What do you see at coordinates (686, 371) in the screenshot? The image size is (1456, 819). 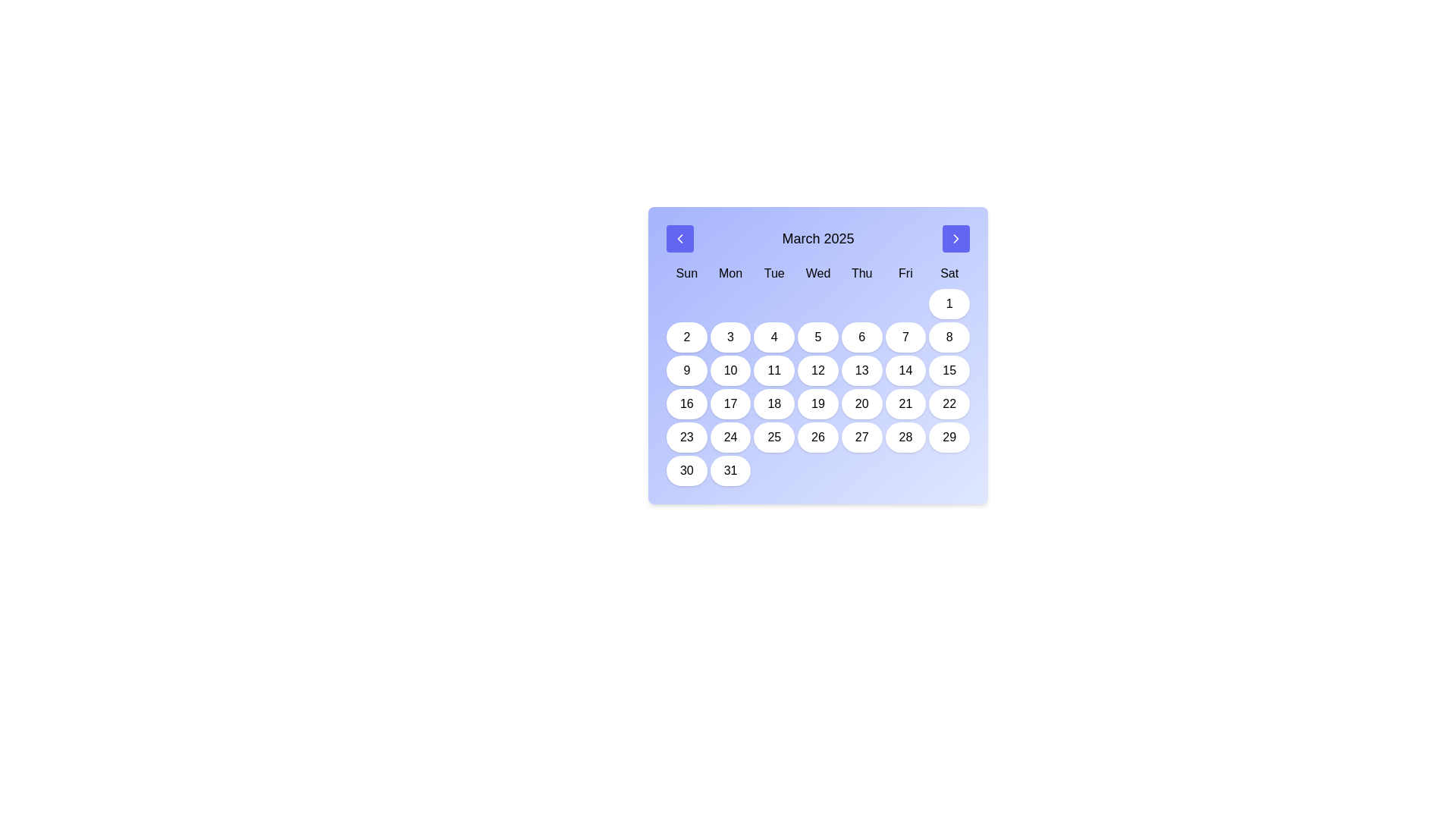 I see `the button representing a selectable date in the calendar interface, located in the third row and second column of the grid` at bounding box center [686, 371].